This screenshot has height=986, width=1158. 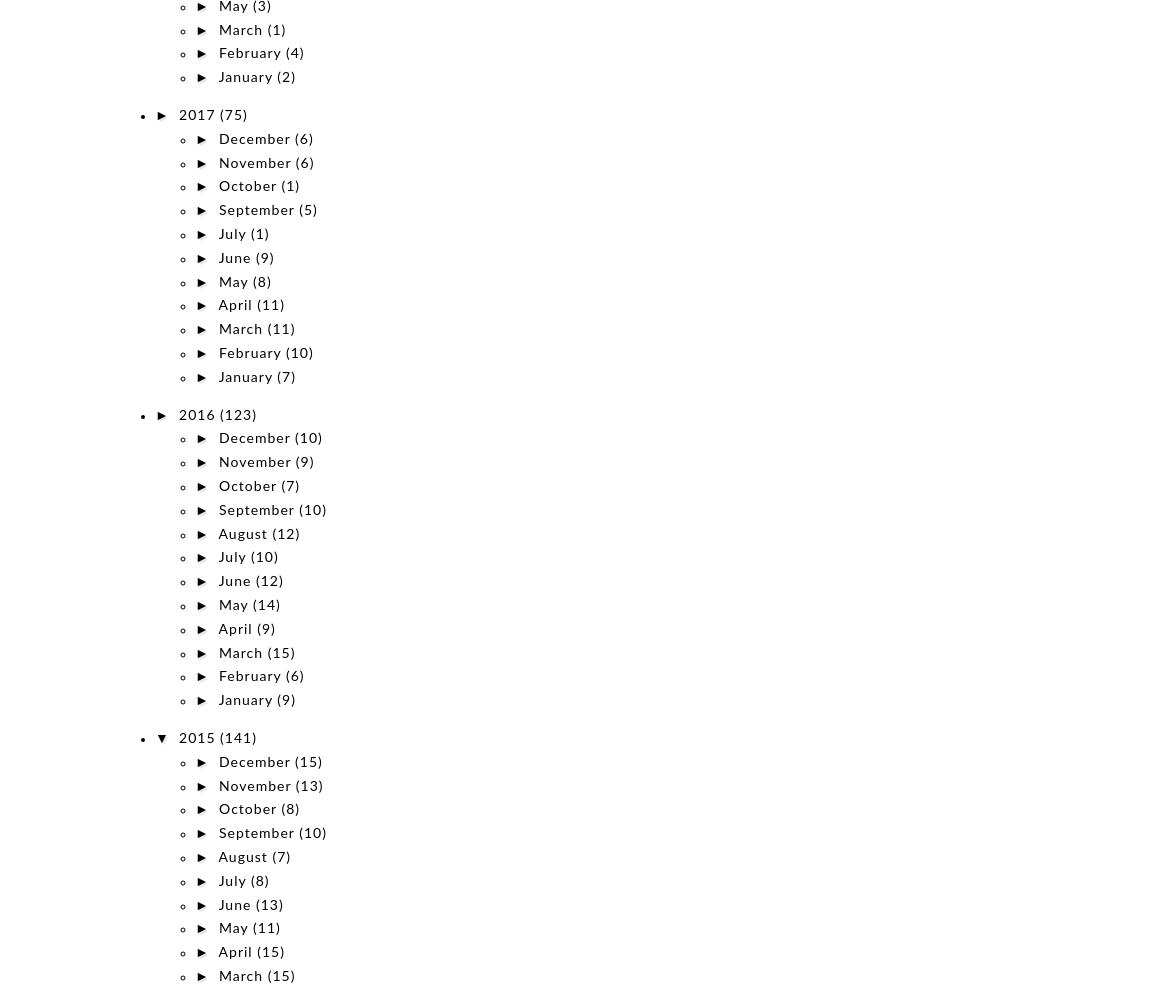 What do you see at coordinates (308, 210) in the screenshot?
I see `'(5)'` at bounding box center [308, 210].